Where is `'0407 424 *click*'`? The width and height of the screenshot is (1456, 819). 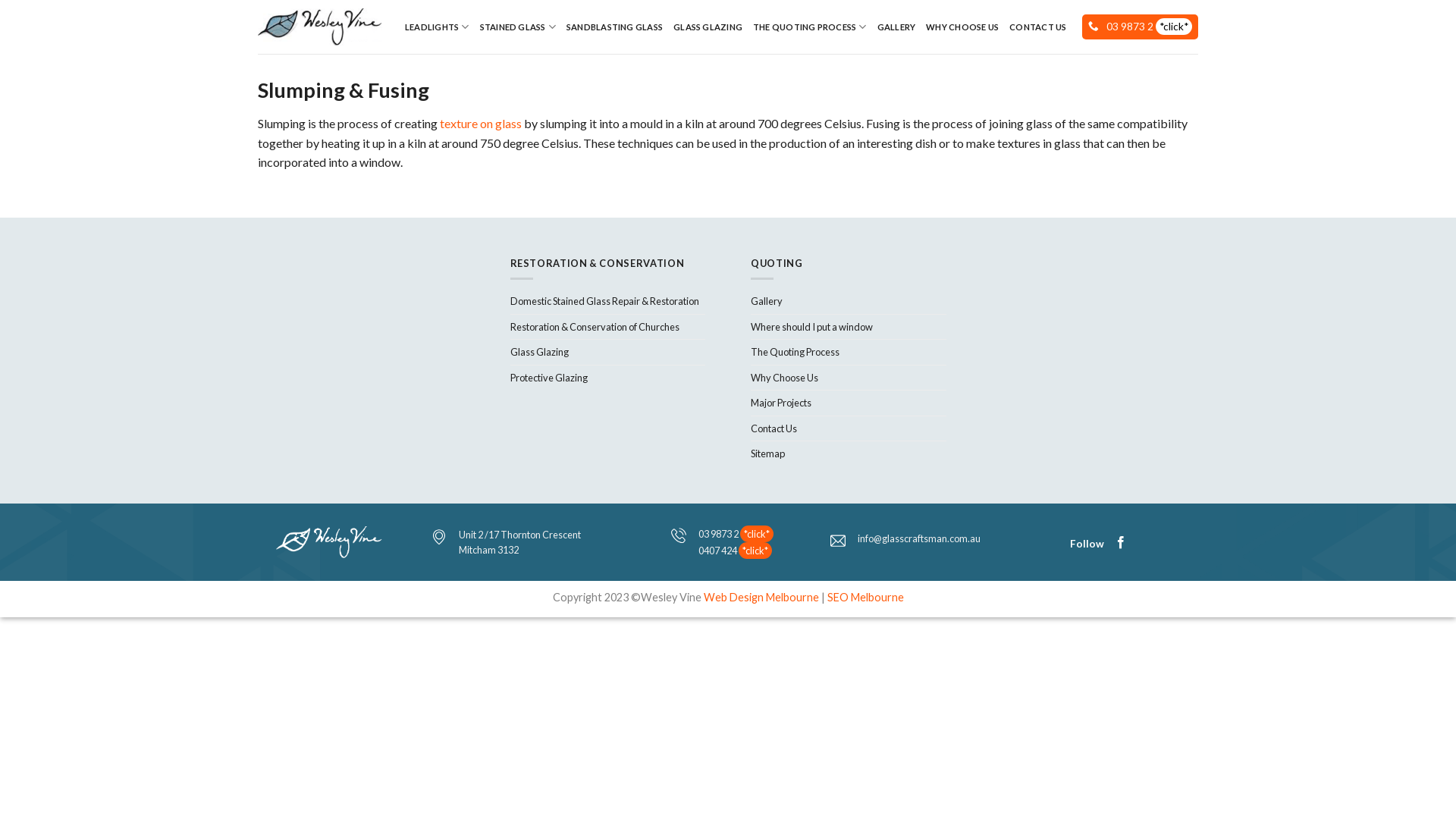
'0407 424 *click*' is located at coordinates (735, 550).